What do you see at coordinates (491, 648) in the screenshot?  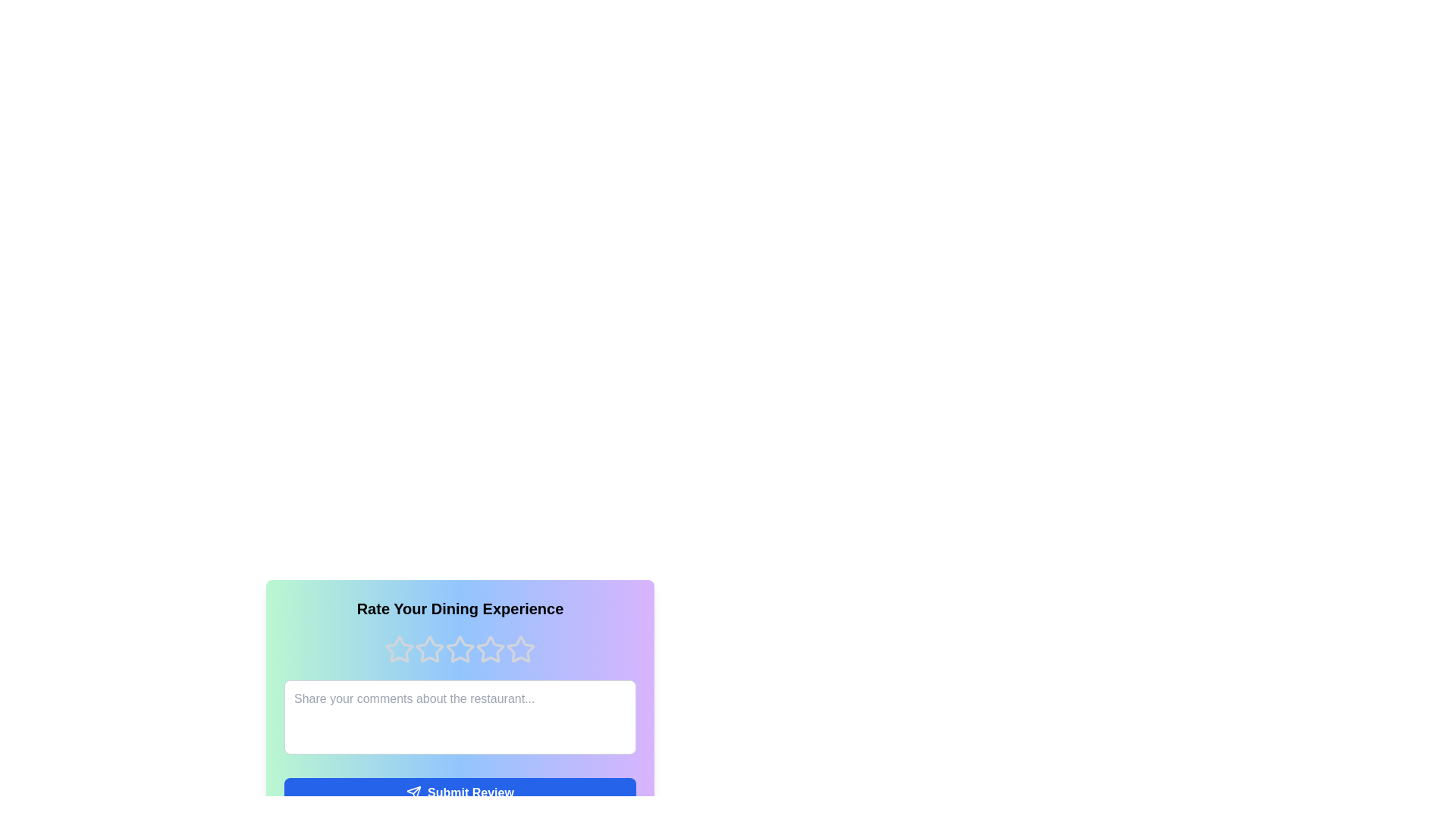 I see `the third star-shaped Rating icon, which has a thin gray outline and is part of a horizontal row indicating a rating system` at bounding box center [491, 648].